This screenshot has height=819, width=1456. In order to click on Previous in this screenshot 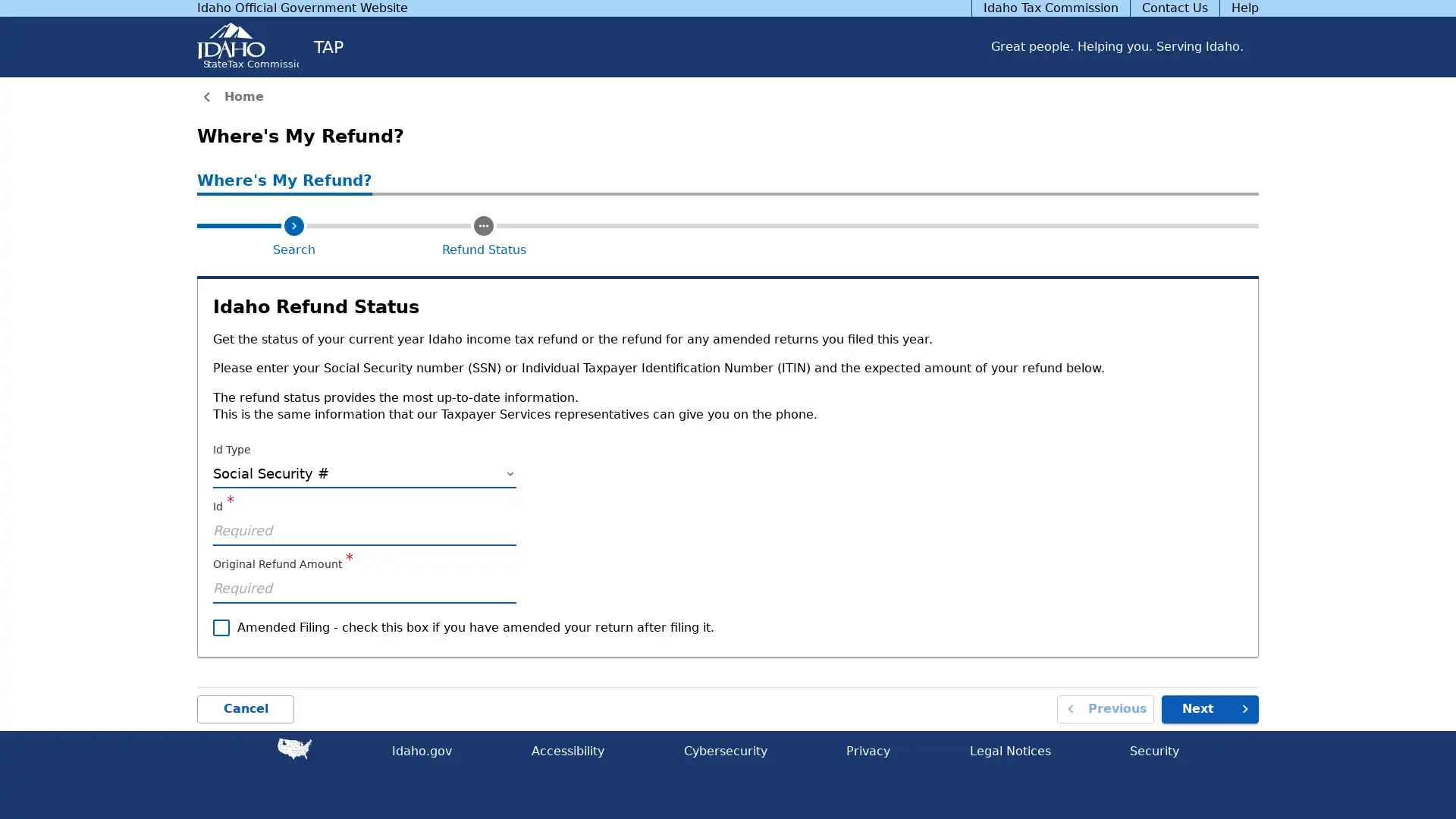, I will do `click(1106, 708)`.